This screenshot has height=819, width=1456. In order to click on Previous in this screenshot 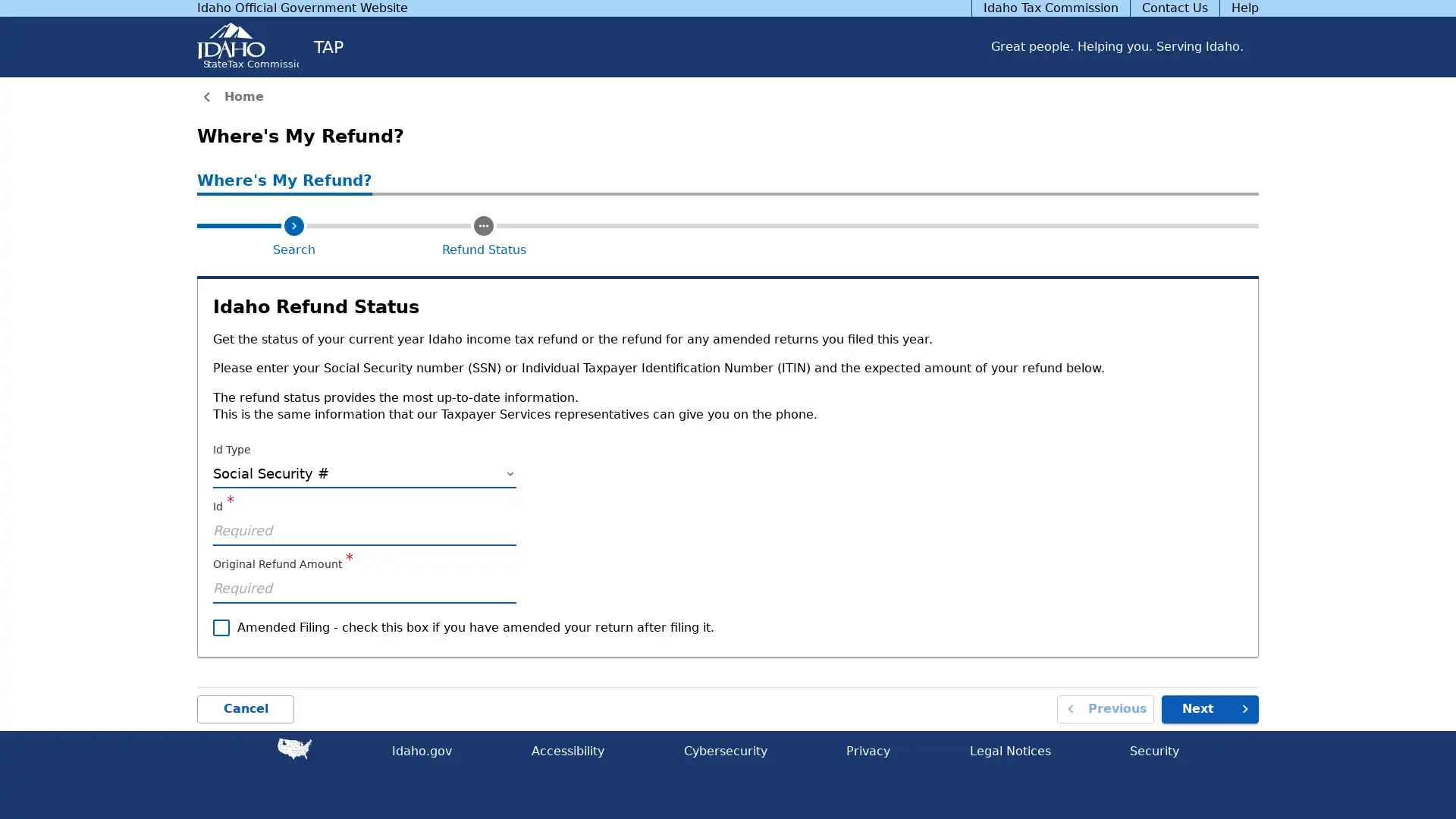, I will do `click(1106, 708)`.